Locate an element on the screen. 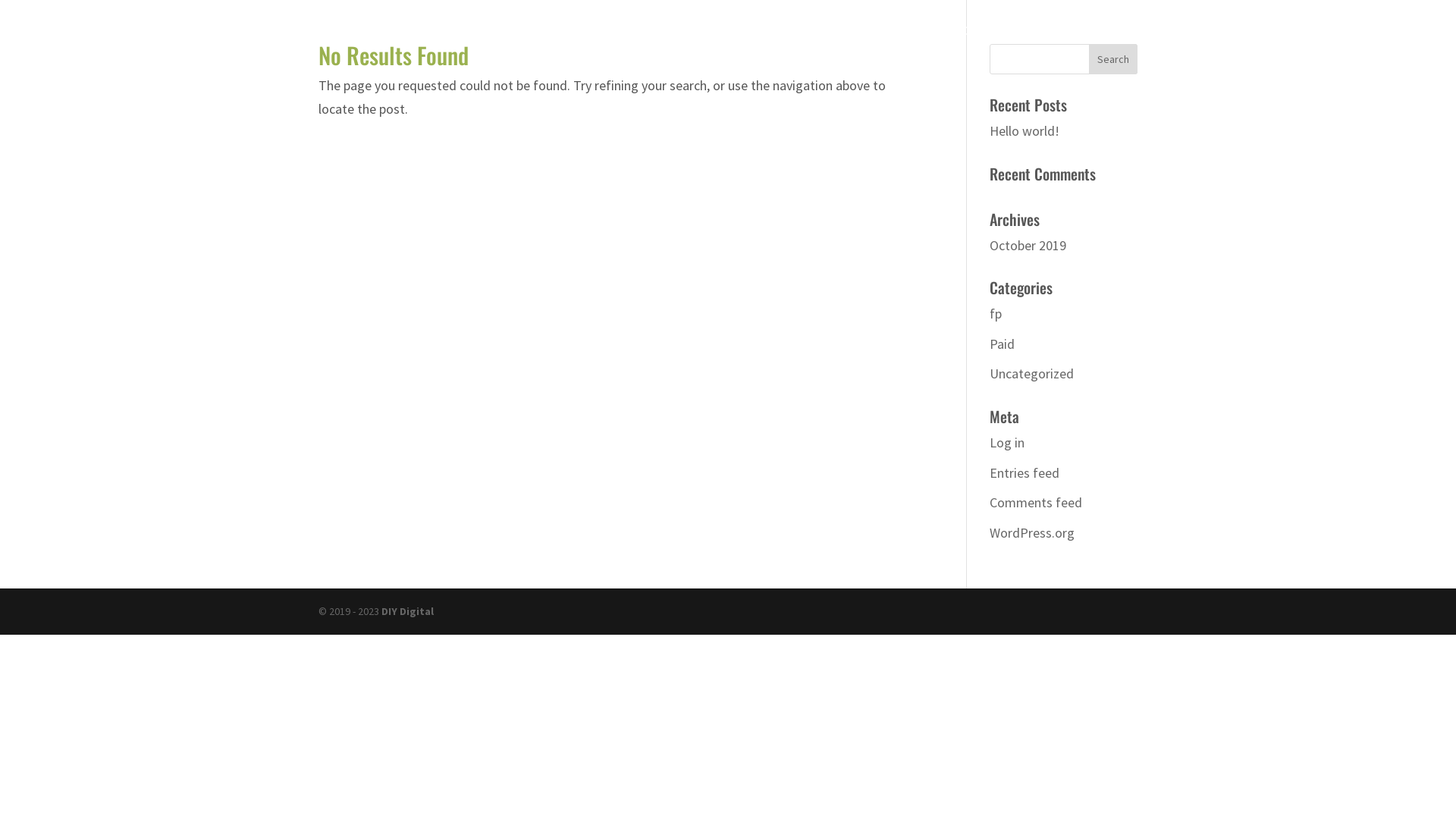 Image resolution: width=1456 pixels, height=819 pixels. 'Uncategorized' is located at coordinates (1031, 373).